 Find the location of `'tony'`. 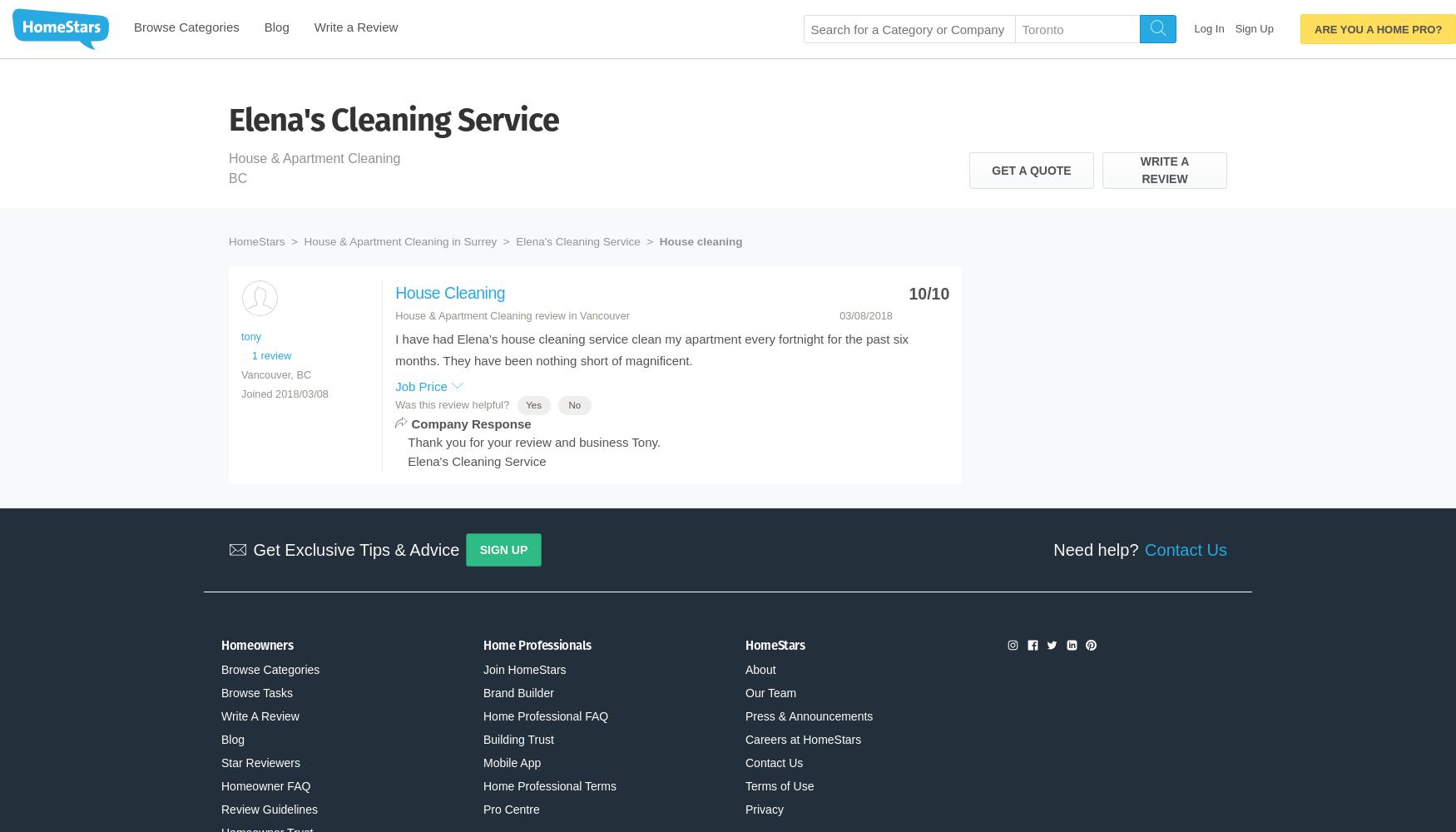

'tony' is located at coordinates (250, 335).